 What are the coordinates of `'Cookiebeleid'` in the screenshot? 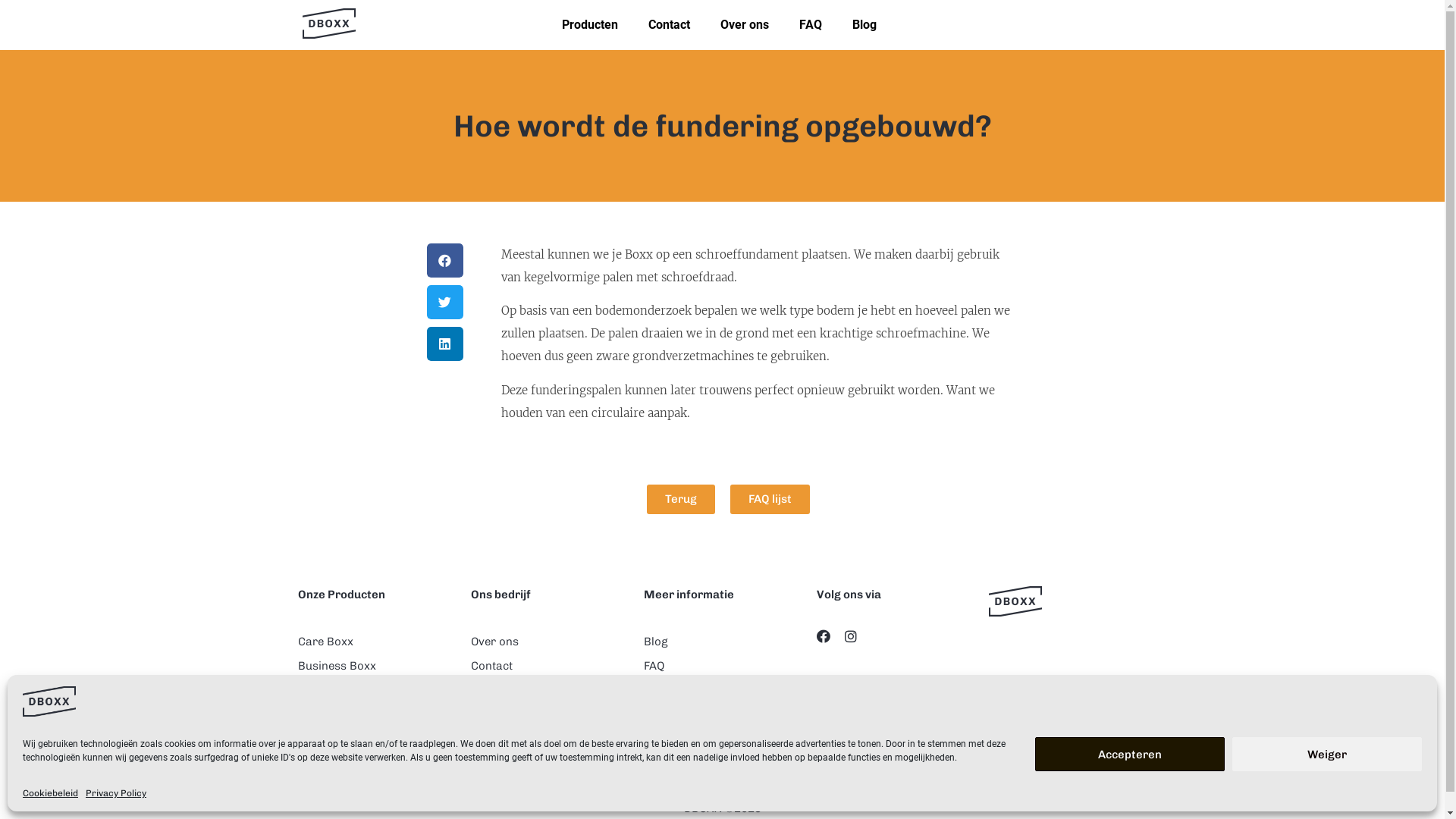 It's located at (50, 792).